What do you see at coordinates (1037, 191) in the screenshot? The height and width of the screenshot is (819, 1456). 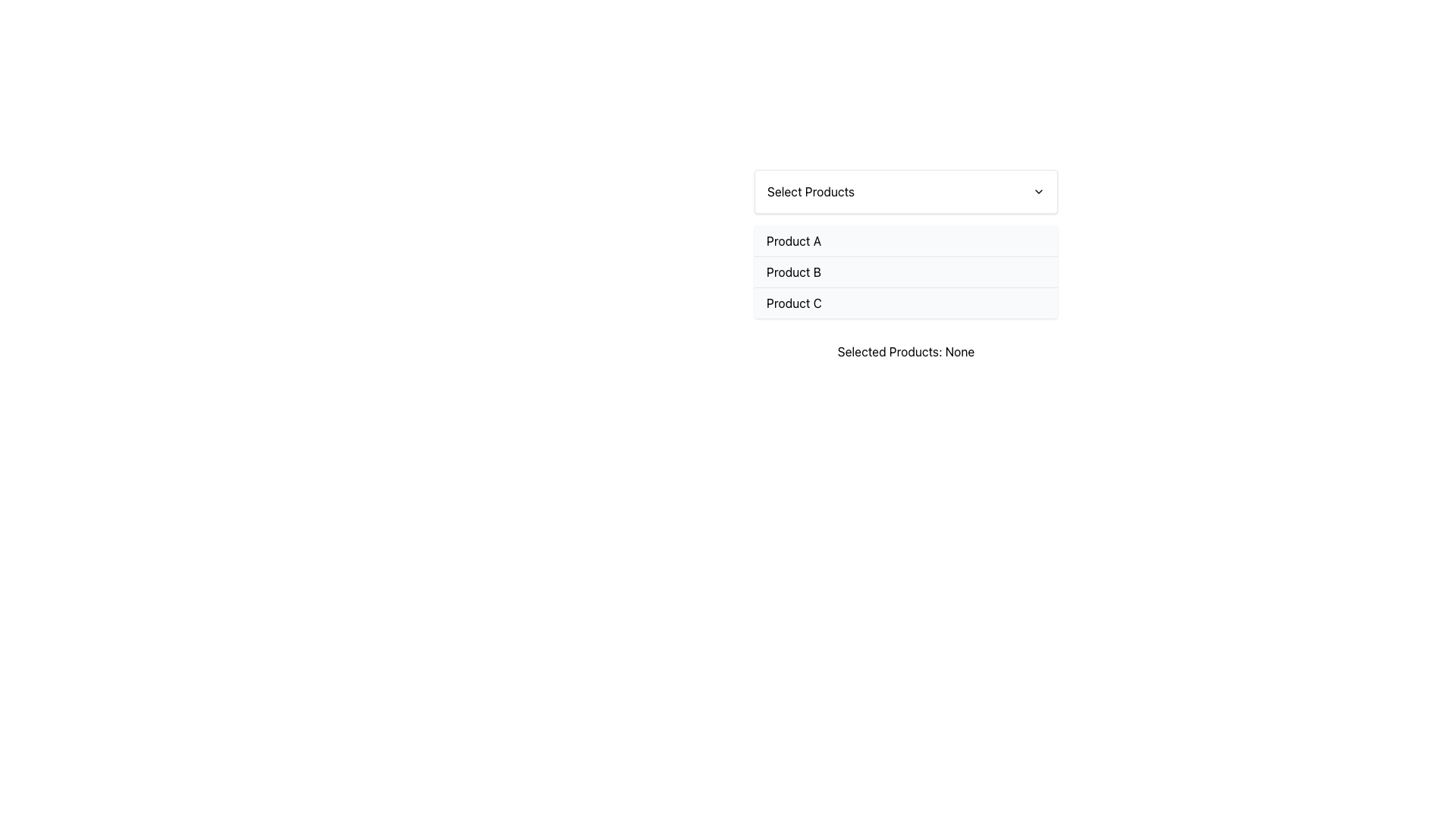 I see `the downward-pointing chevron icon located on the far right side of the 'Select Products' dropdown button to receive a visual response` at bounding box center [1037, 191].